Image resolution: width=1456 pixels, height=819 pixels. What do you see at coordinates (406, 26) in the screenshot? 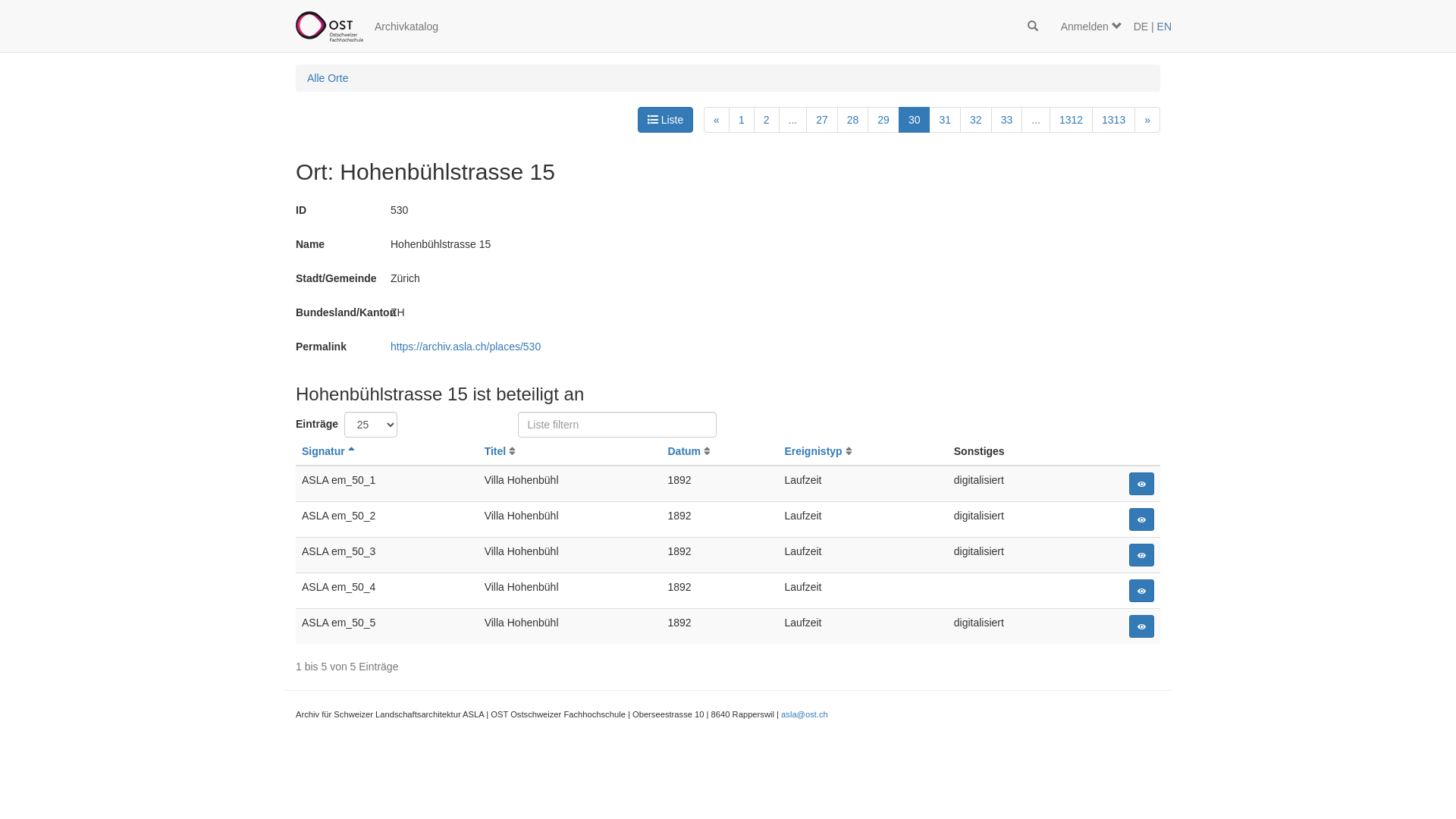
I see `'Archivkatalog'` at bounding box center [406, 26].